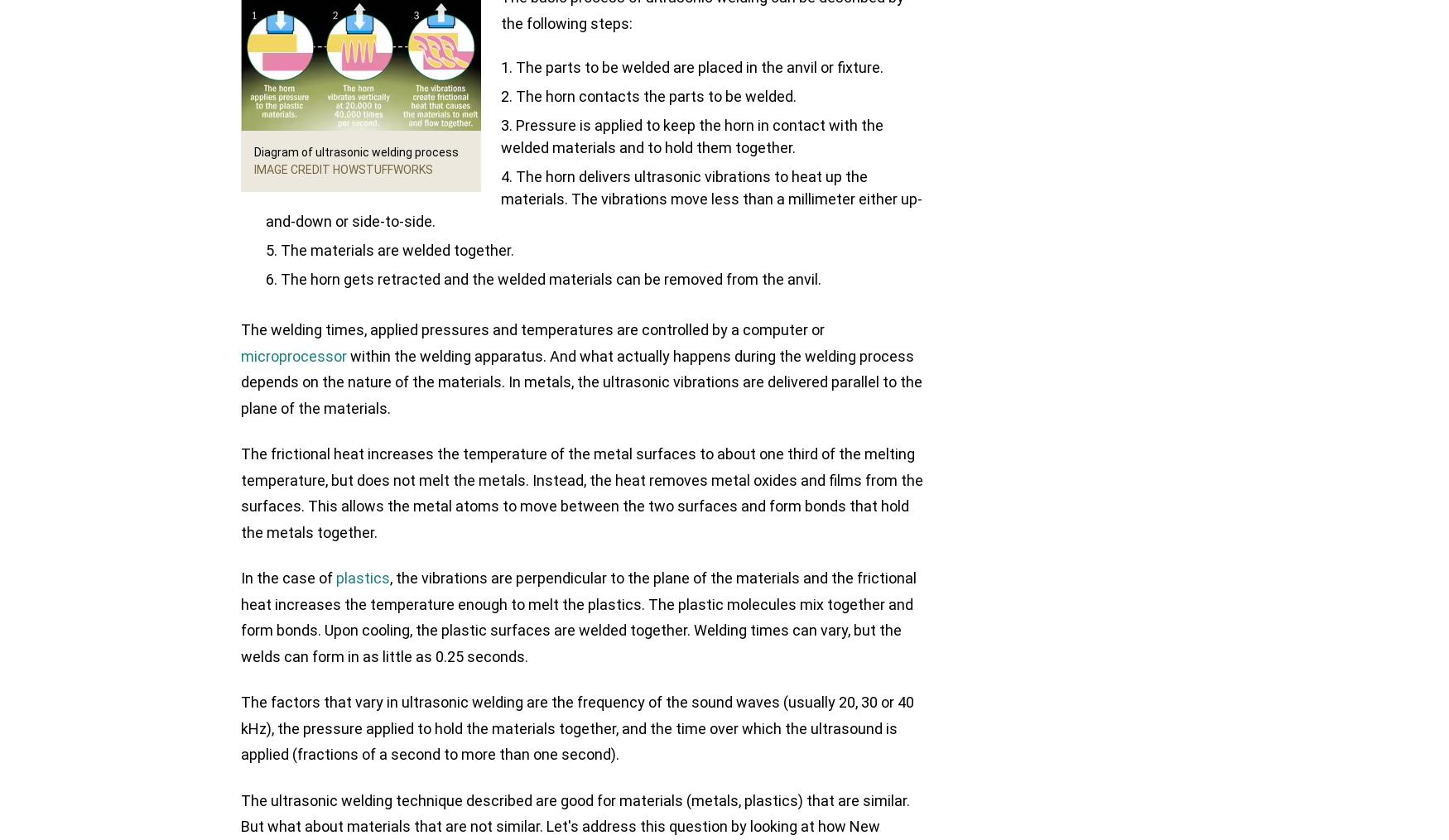  I want to click on 'The horn contacts the parts to be welded.', so click(655, 96).